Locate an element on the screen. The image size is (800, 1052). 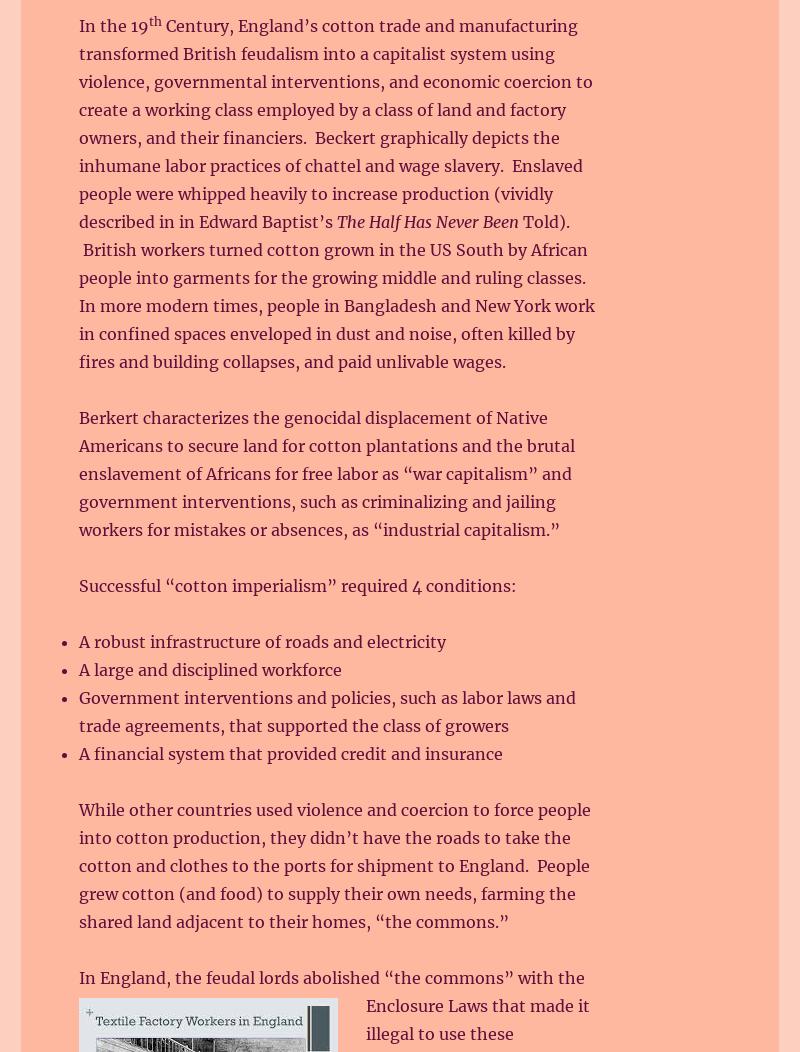
'Told).  British workers turned cotton grown in the US South by African people into garments for the growing middle and ruling classes.  In more modern times, people in Bangladesh and New York work in confined spaces enveloped in dust and noise, often killed by fires and building collapses, and paid unlivable wages.' is located at coordinates (79, 292).